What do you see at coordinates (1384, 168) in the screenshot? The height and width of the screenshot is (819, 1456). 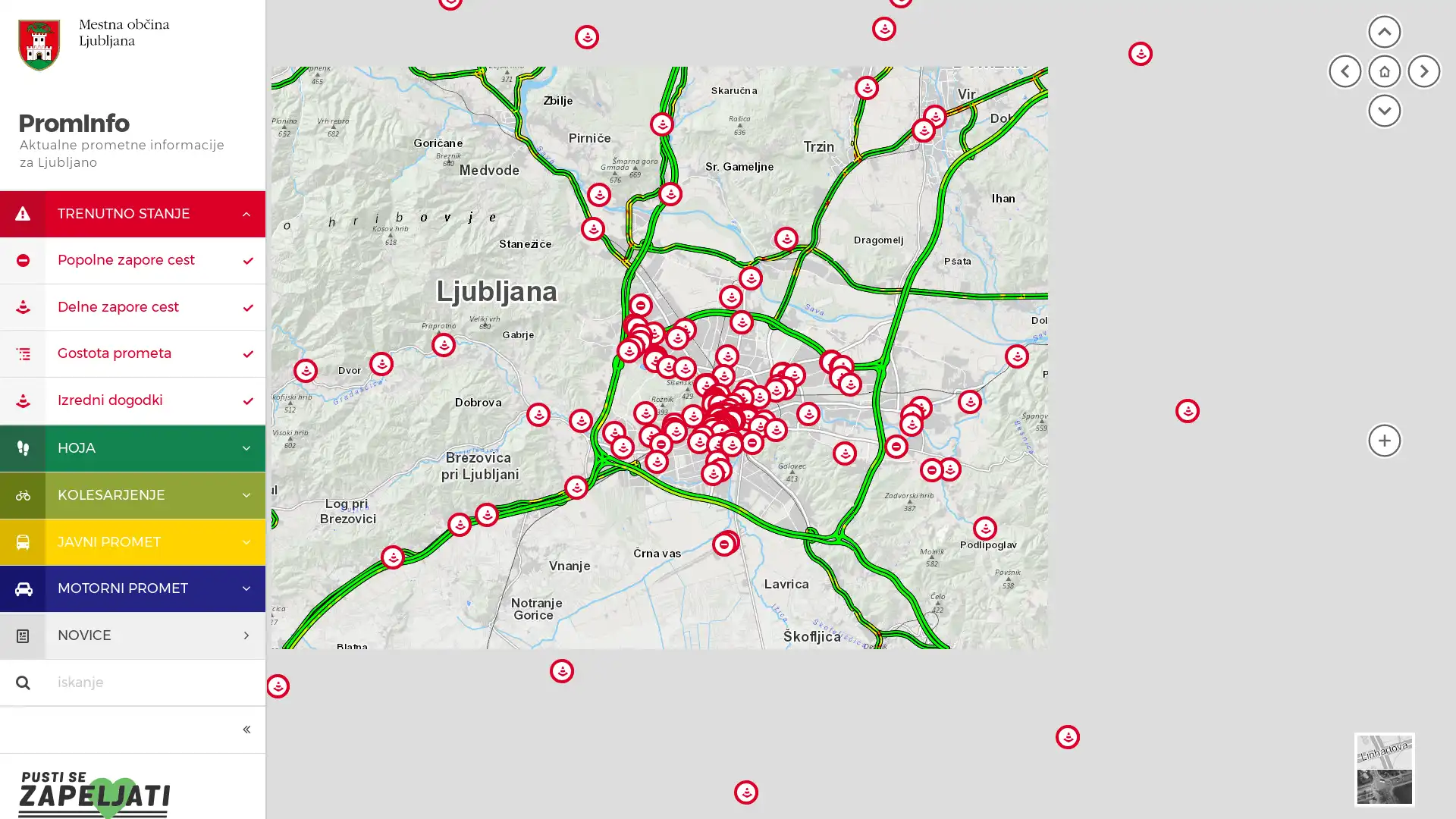 I see `moja lokacija` at bounding box center [1384, 168].